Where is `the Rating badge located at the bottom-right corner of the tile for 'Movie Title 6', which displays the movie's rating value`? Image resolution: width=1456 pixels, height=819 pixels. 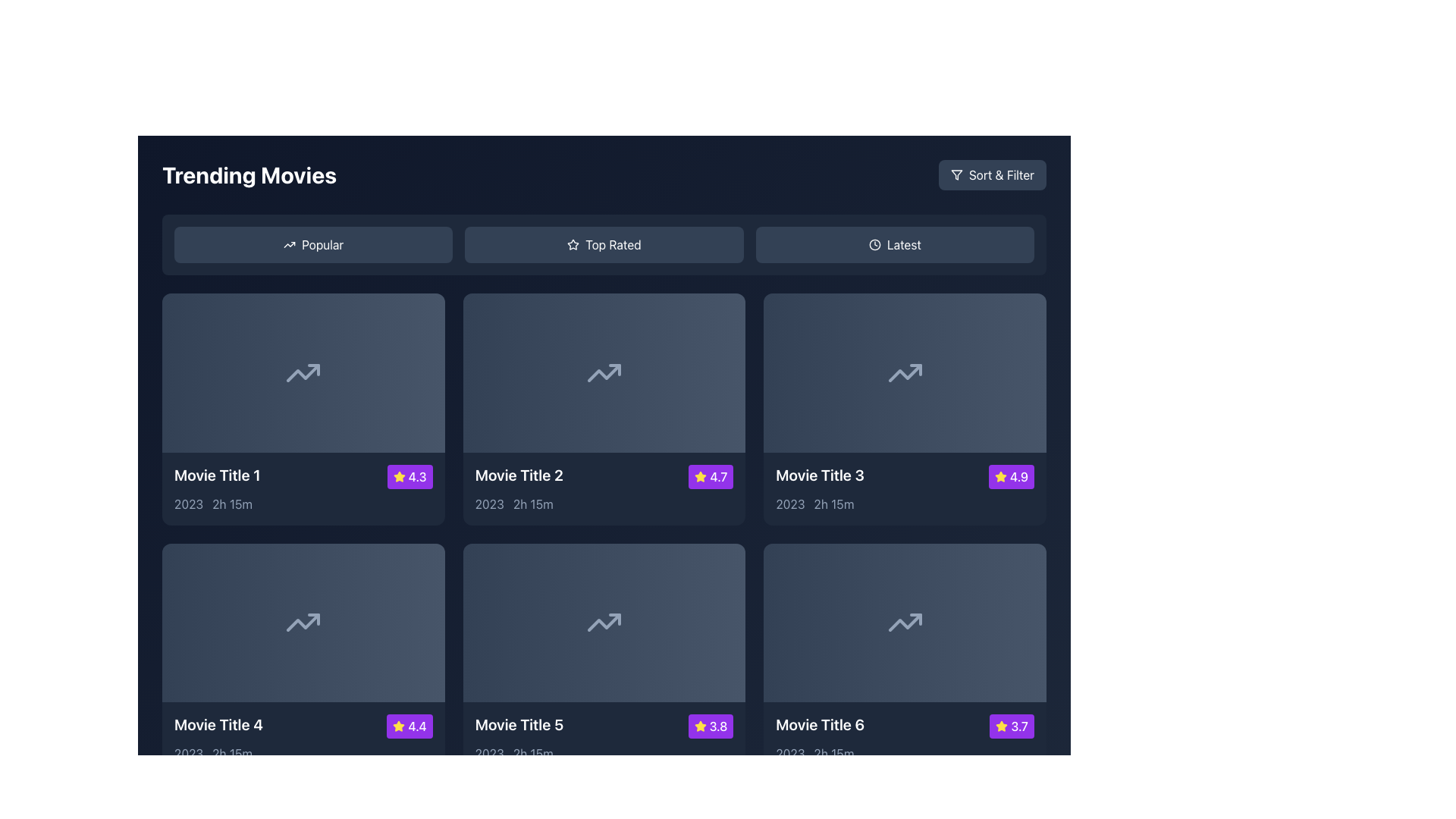
the Rating badge located at the bottom-right corner of the tile for 'Movie Title 6', which displays the movie's rating value is located at coordinates (1012, 726).